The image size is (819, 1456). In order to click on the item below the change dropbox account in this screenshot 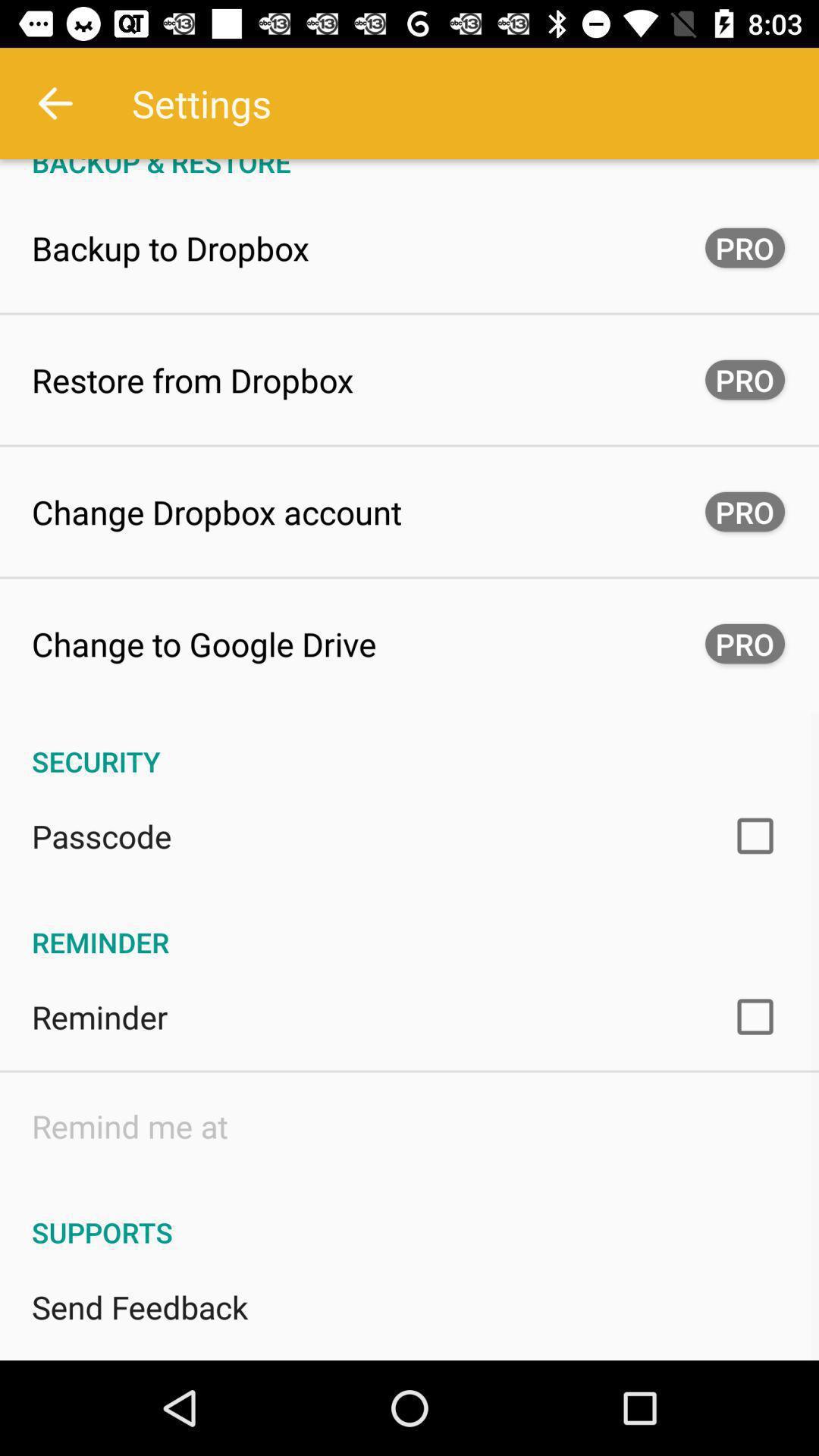, I will do `click(203, 644)`.